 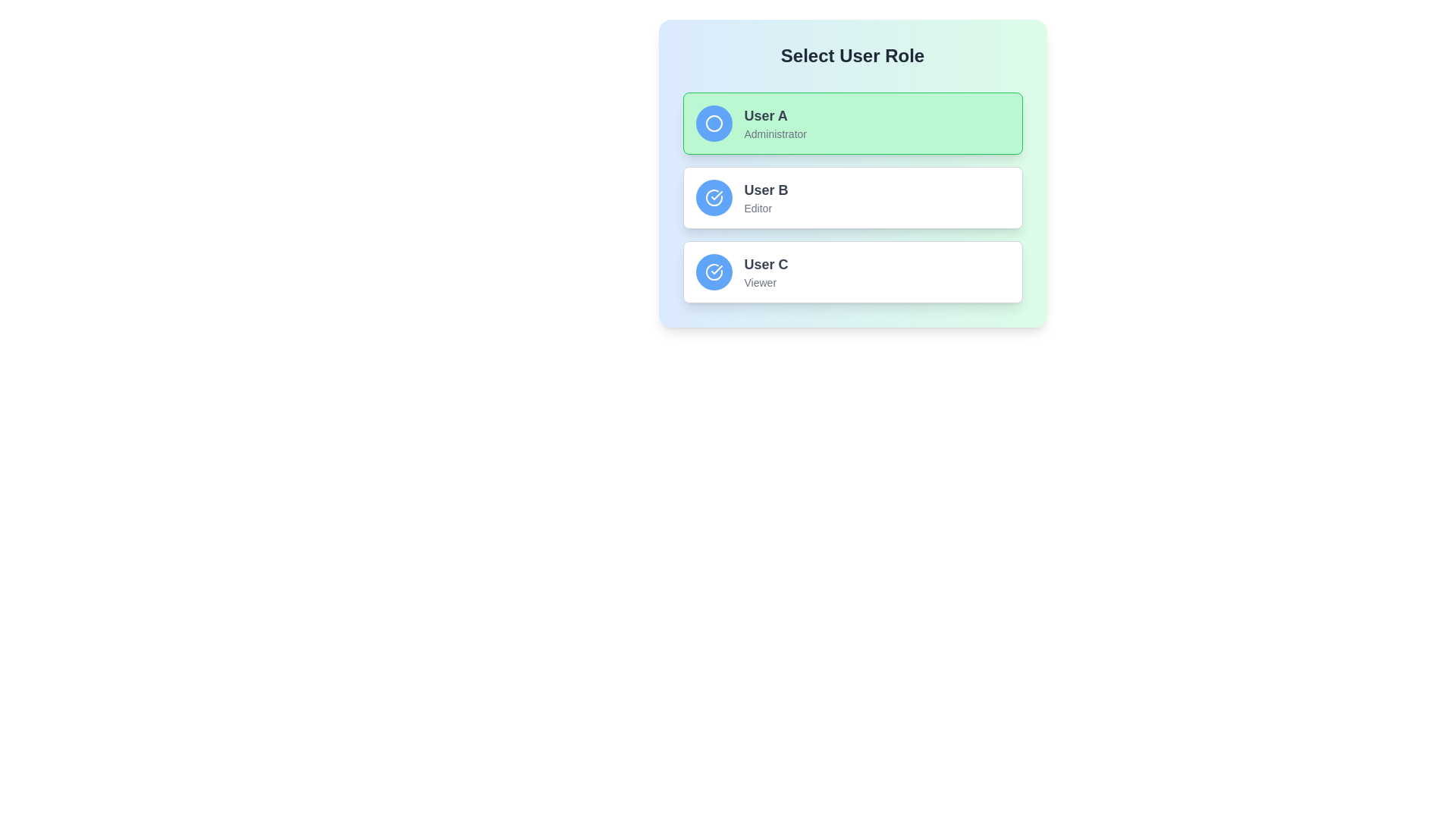 What do you see at coordinates (775, 122) in the screenshot?
I see `the label displaying 'User A' with the subtitle 'Administrator' within the green card, located to the right of the blue circular icon` at bounding box center [775, 122].